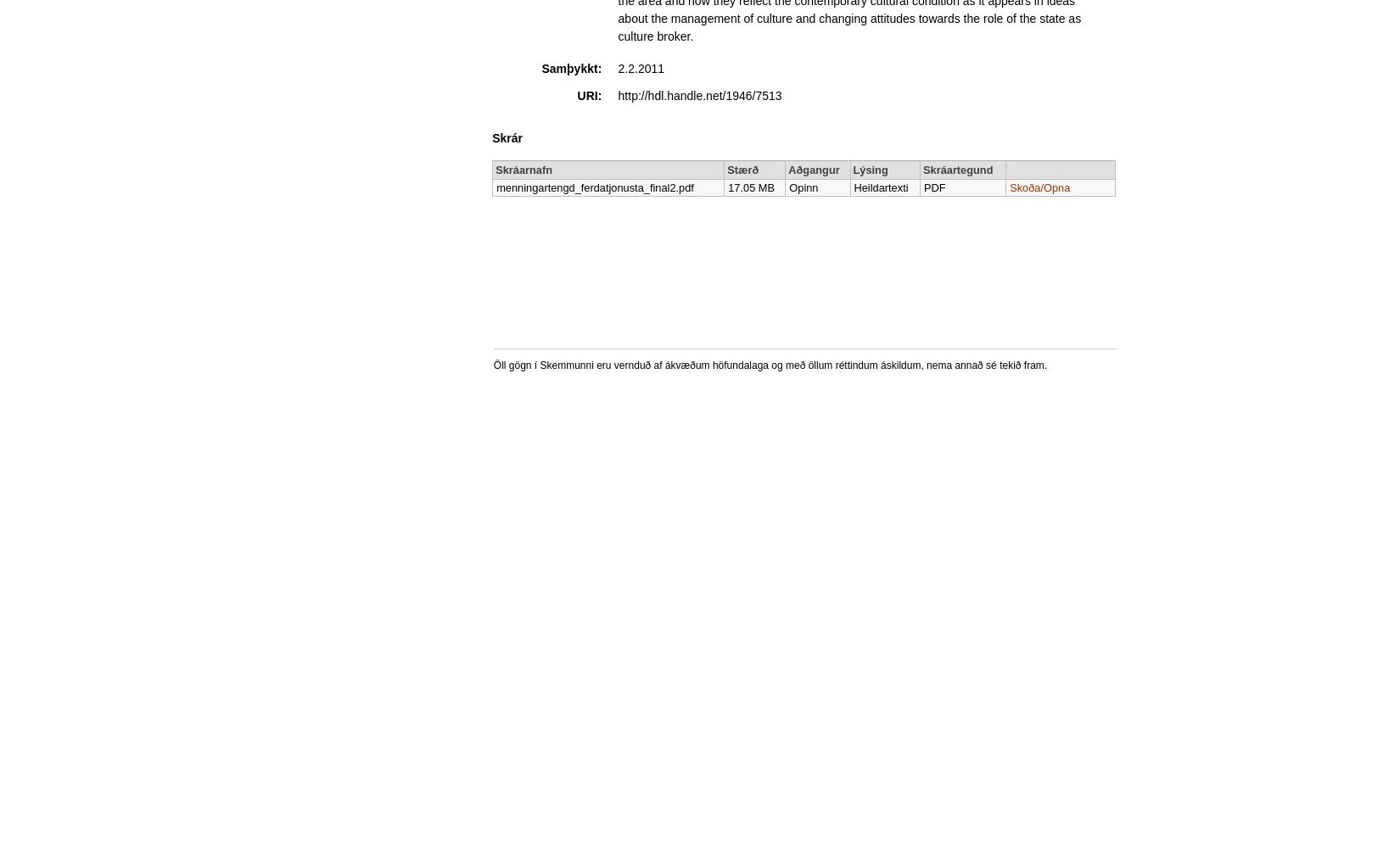 The height and width of the screenshot is (848, 1400). What do you see at coordinates (751, 187) in the screenshot?
I see `'17.05 MB'` at bounding box center [751, 187].